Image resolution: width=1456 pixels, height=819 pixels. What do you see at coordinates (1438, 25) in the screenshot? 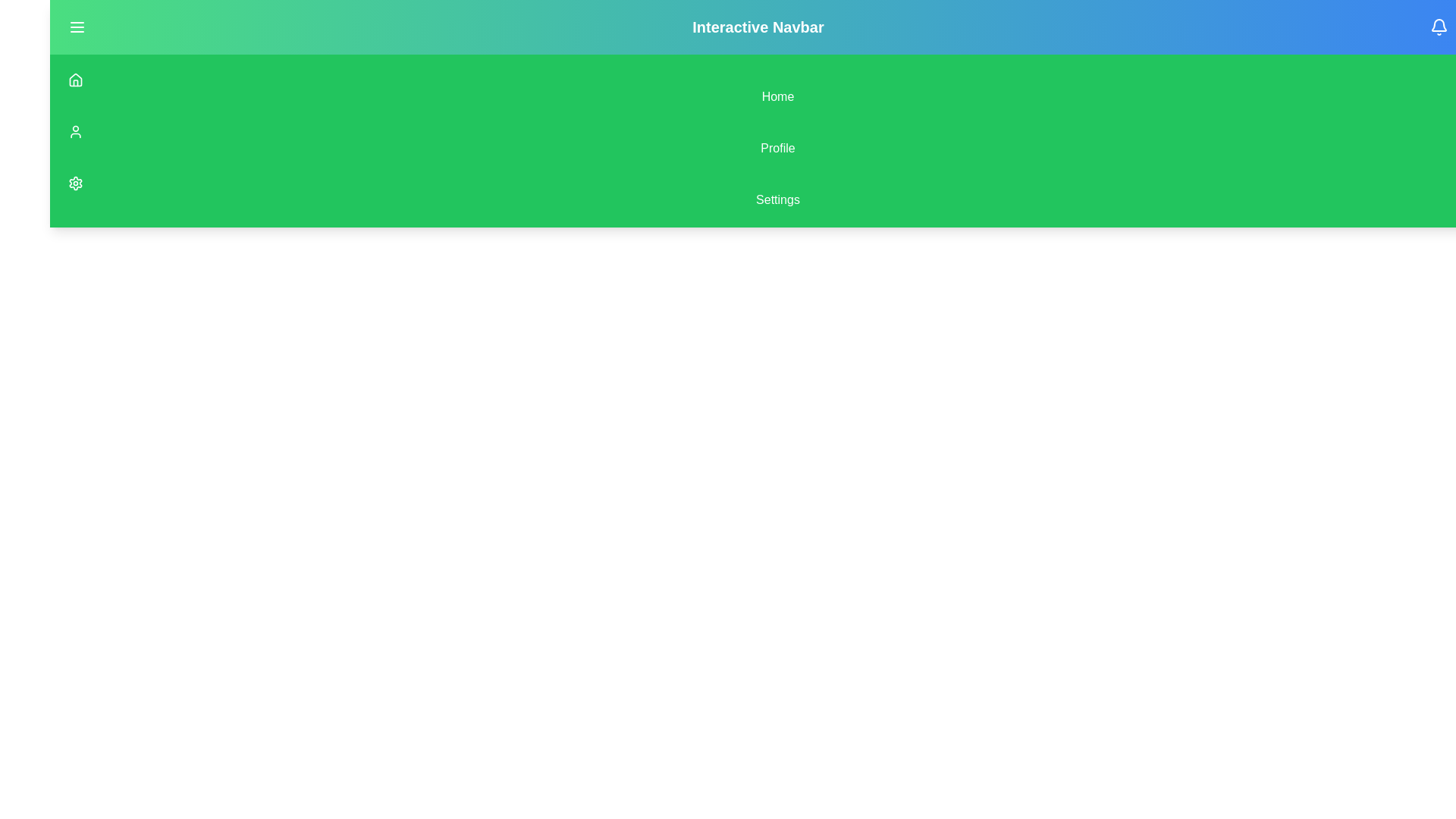
I see `the notification indicator element, which is part of the bell icon located at the top-right corner of the interface` at bounding box center [1438, 25].